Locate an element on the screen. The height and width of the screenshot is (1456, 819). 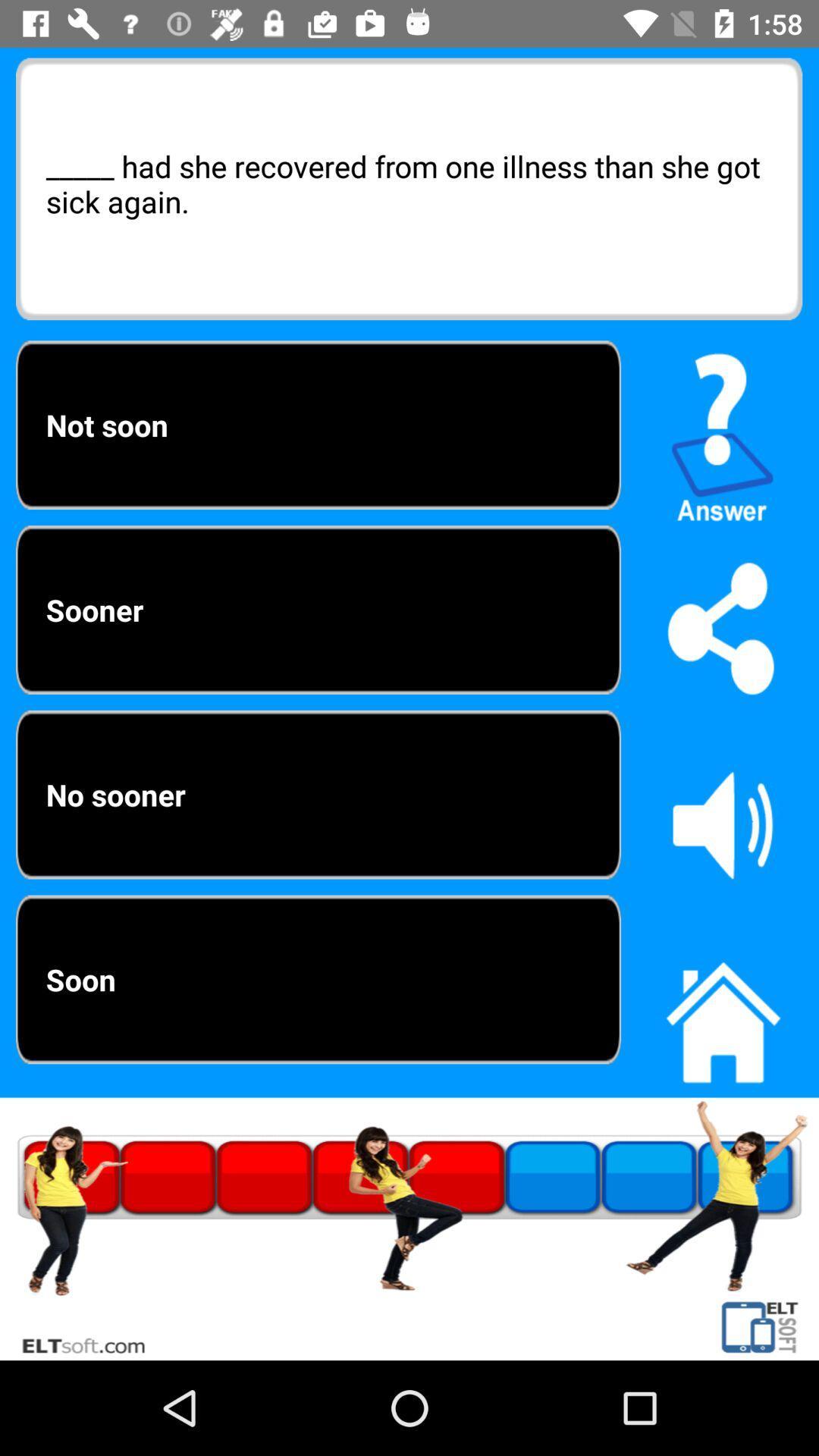
hint is located at coordinates (722, 430).